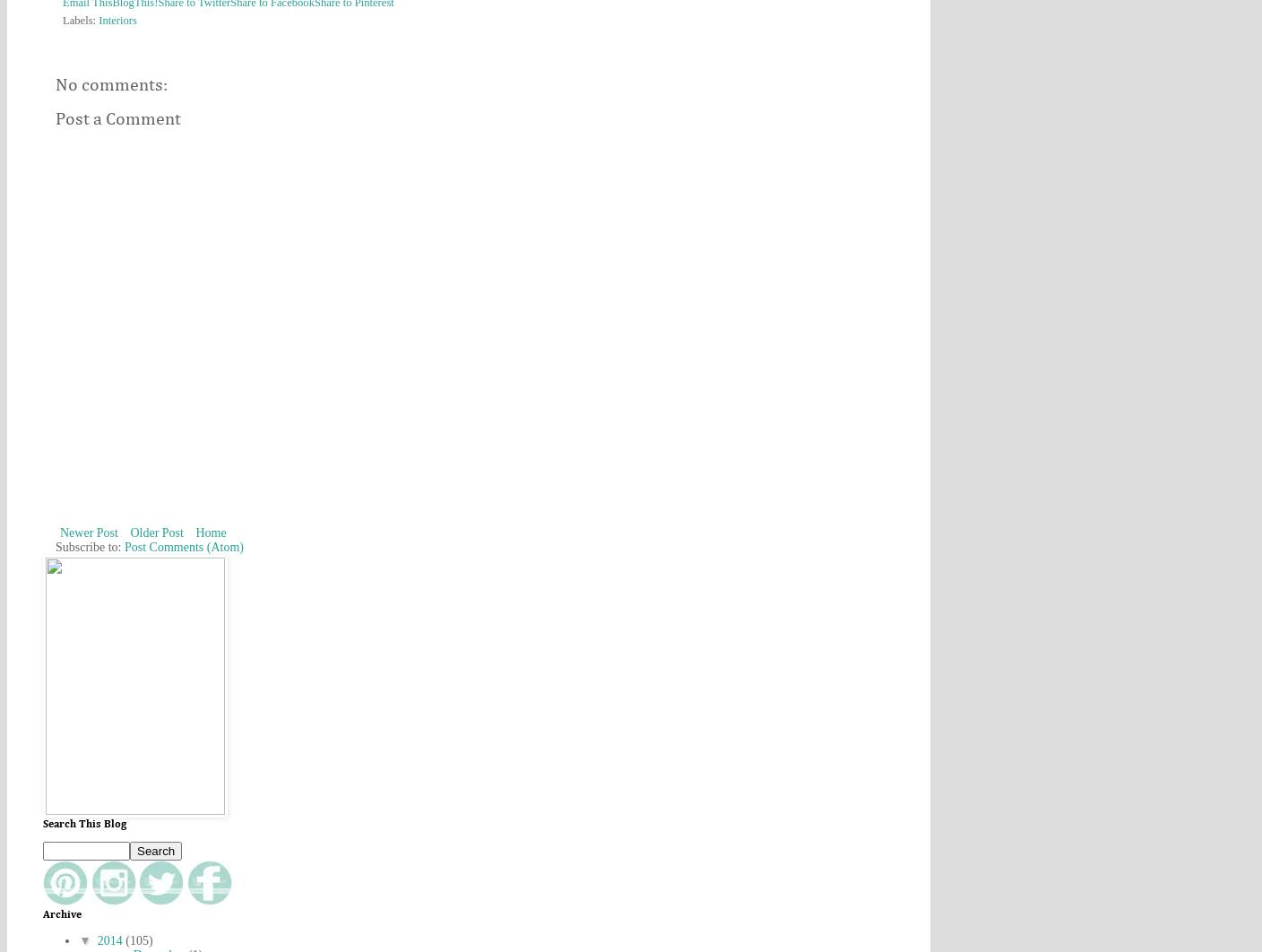 The width and height of the screenshot is (1262, 952). What do you see at coordinates (90, 547) in the screenshot?
I see `'Subscribe to:'` at bounding box center [90, 547].